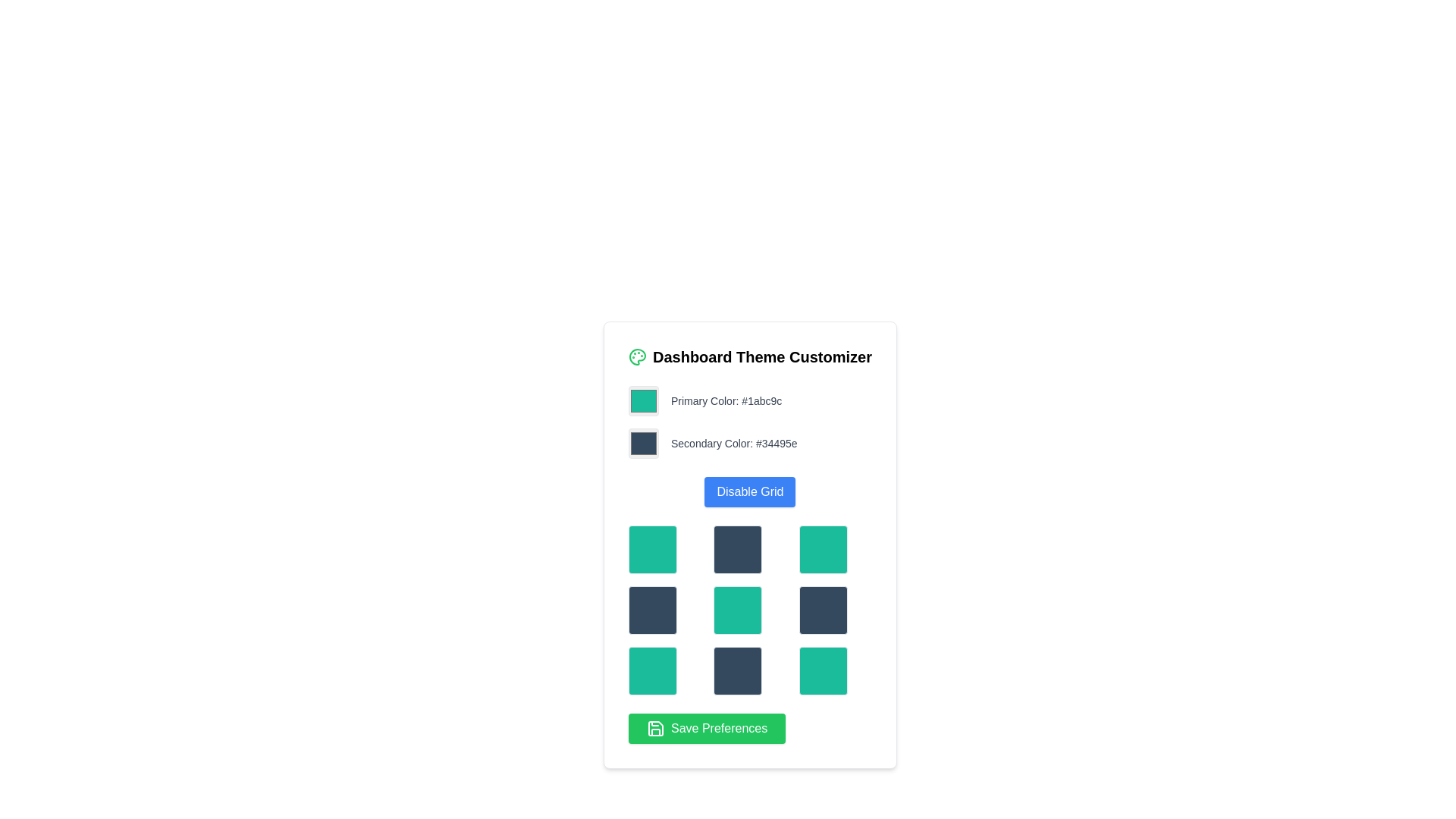 The height and width of the screenshot is (819, 1456). I want to click on the selectable color tile located in the bottom-right corner of the 3x3 grid layout, so click(822, 670).